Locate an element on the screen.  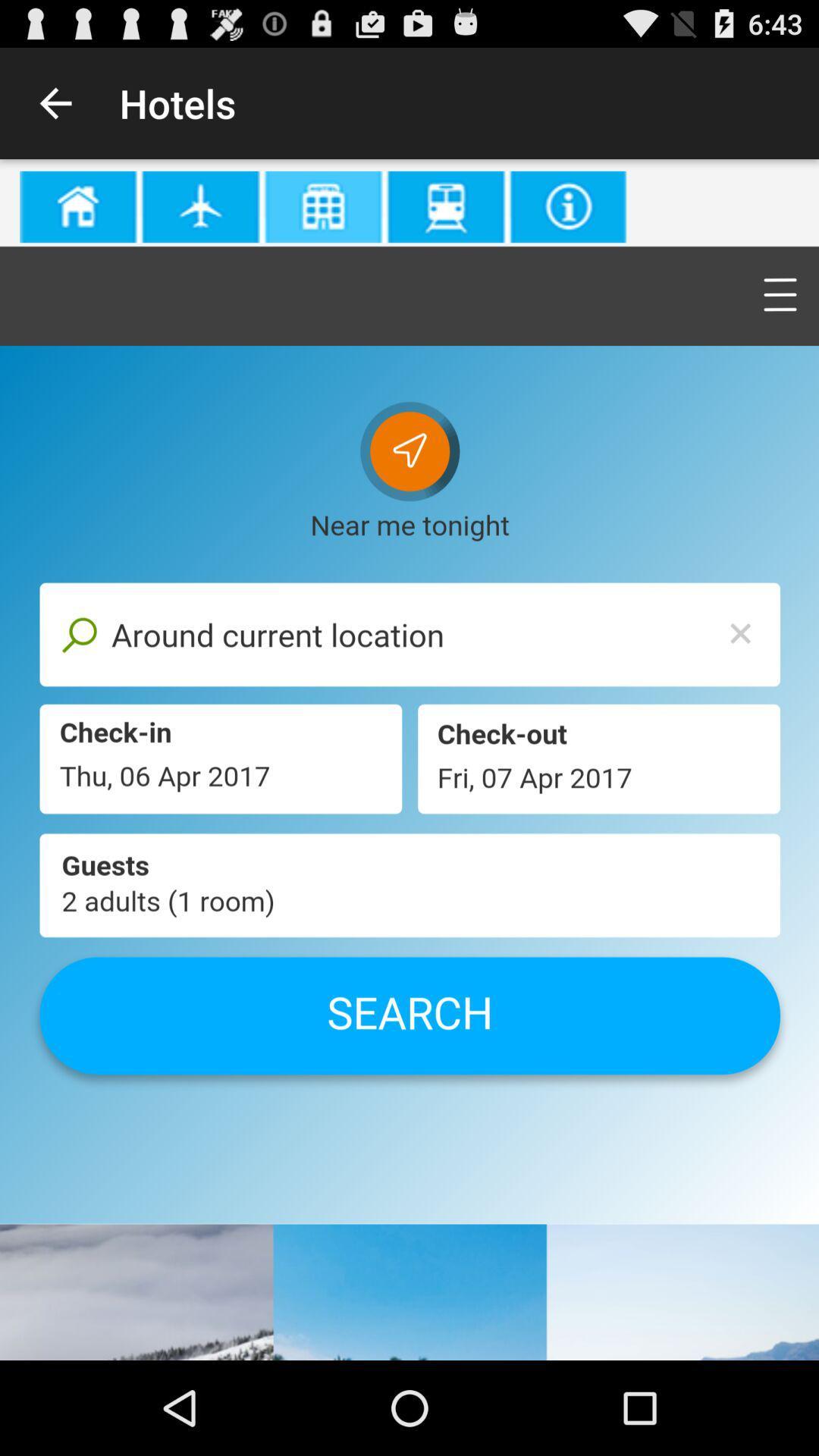
the all page is located at coordinates (409, 760).